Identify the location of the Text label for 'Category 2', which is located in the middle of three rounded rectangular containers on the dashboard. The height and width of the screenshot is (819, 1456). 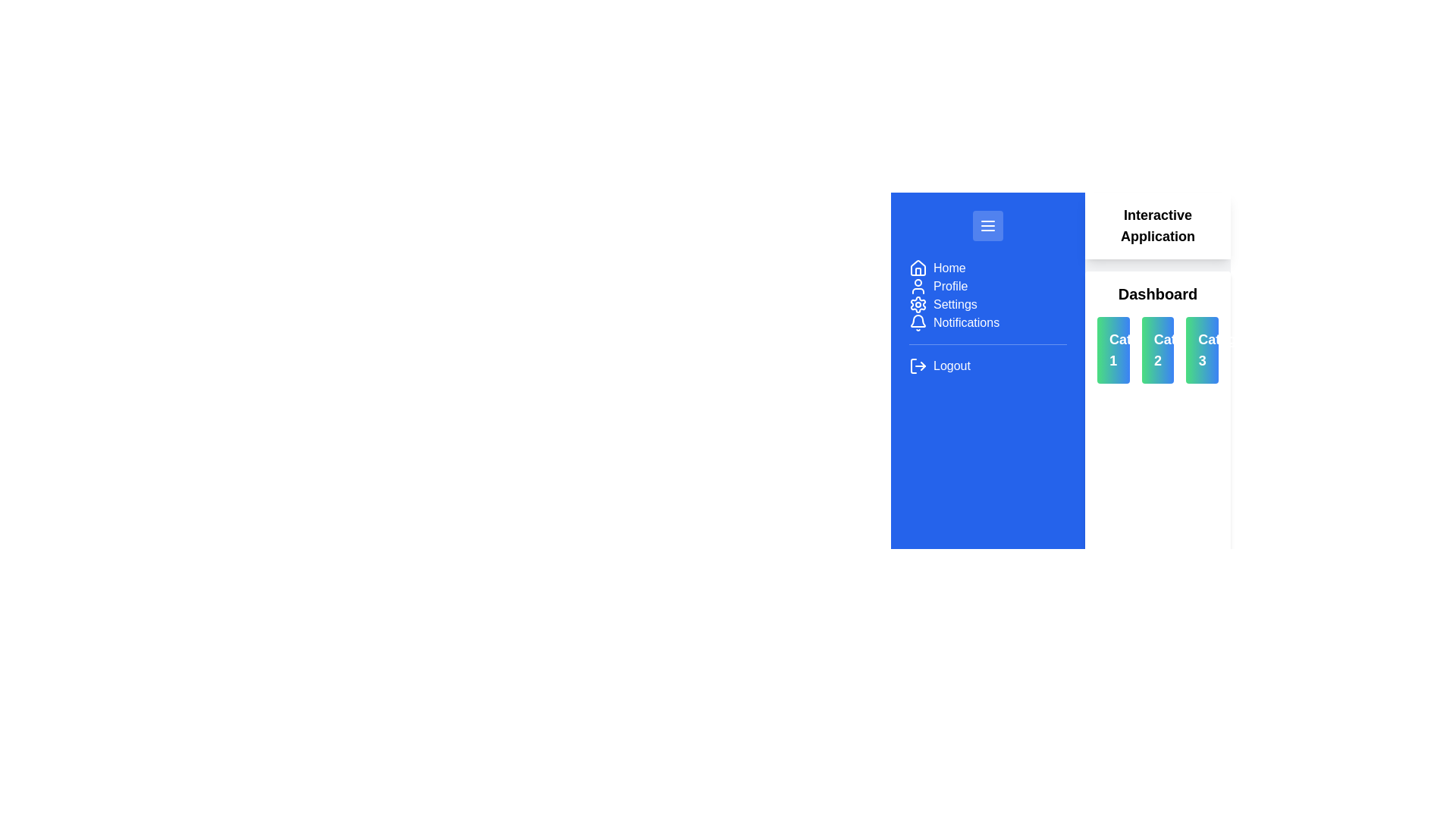
(1156, 350).